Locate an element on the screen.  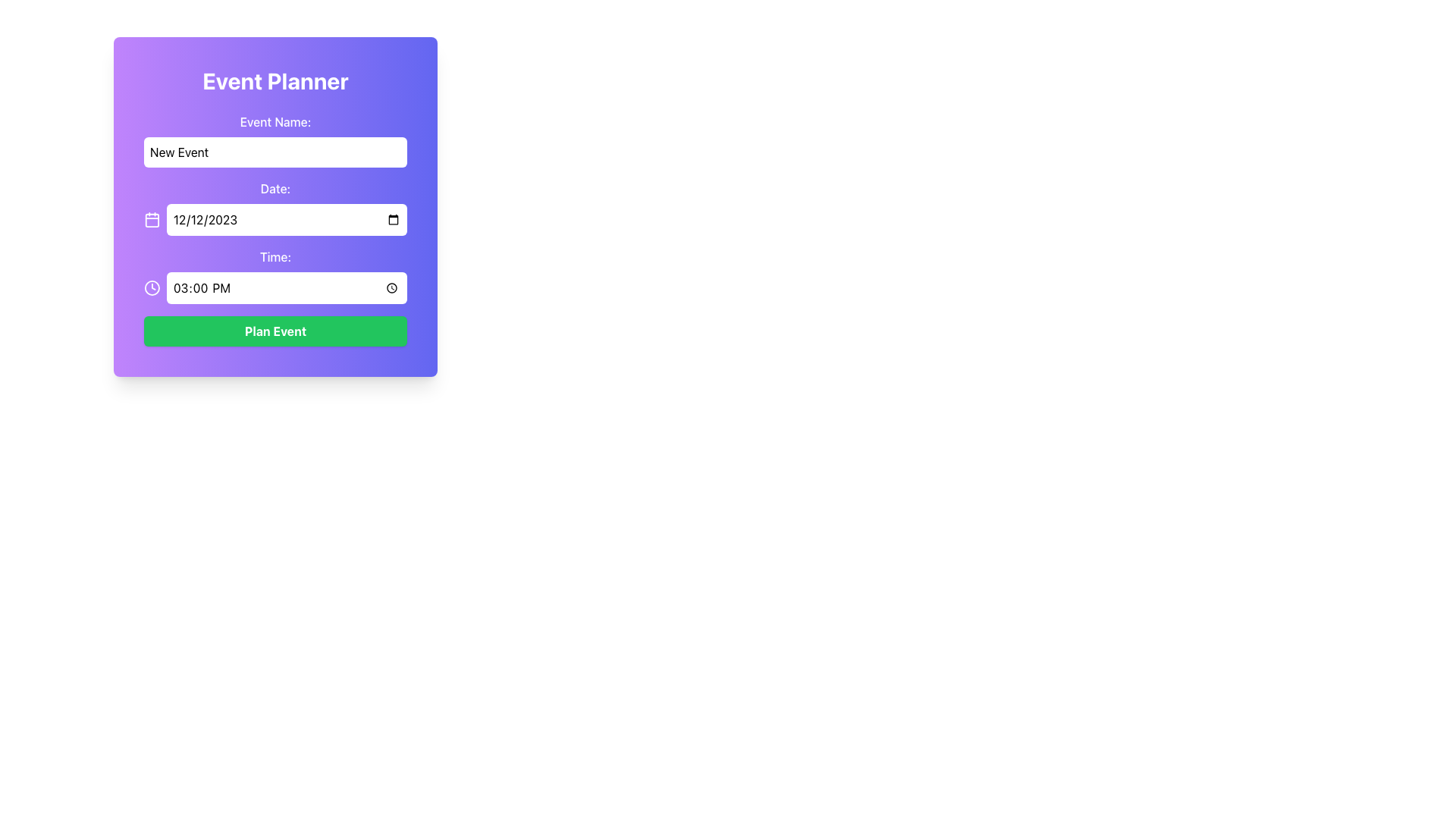
keyboard navigation is located at coordinates (275, 288).